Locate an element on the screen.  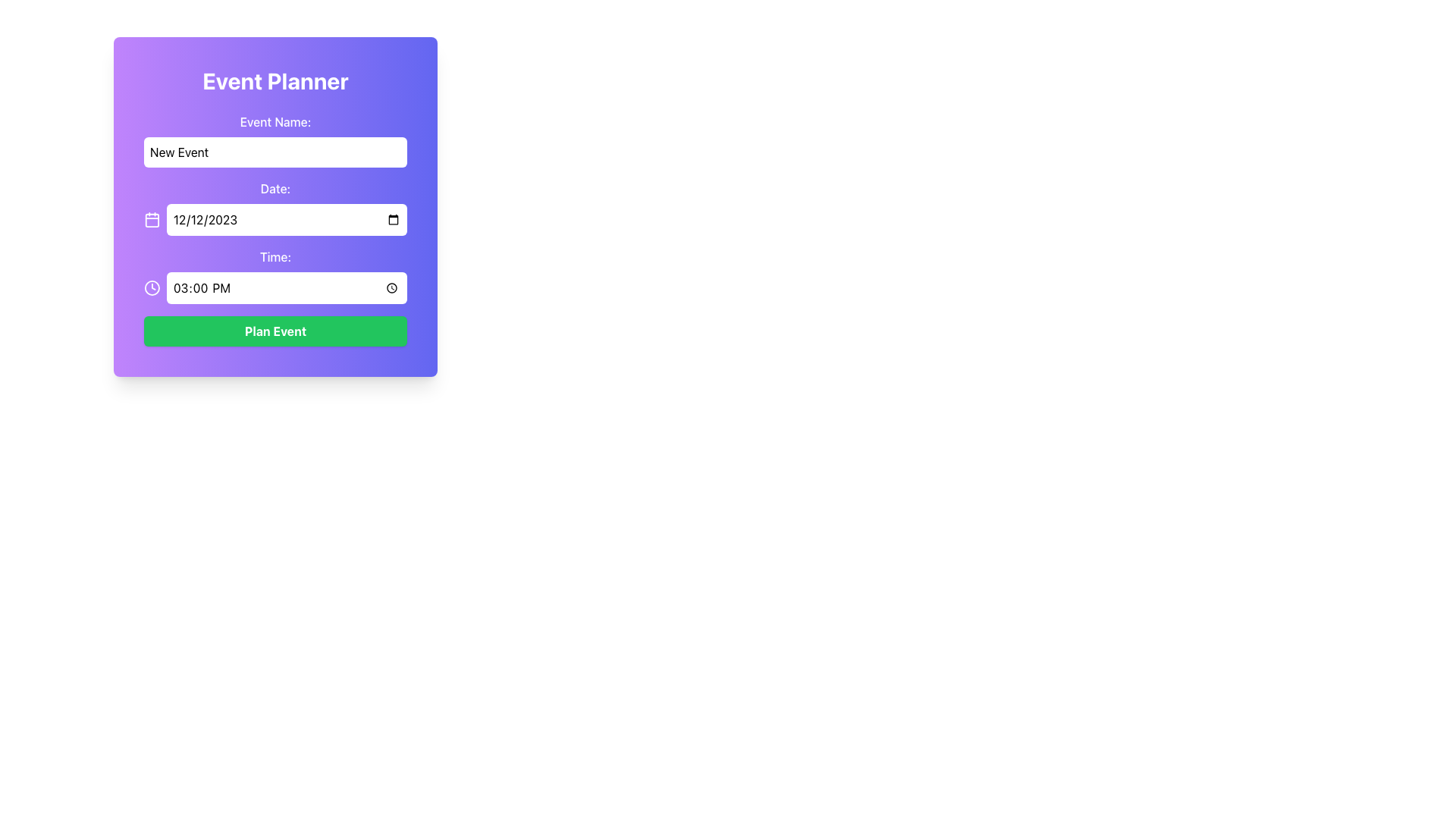
keyboard navigation is located at coordinates (275, 288).